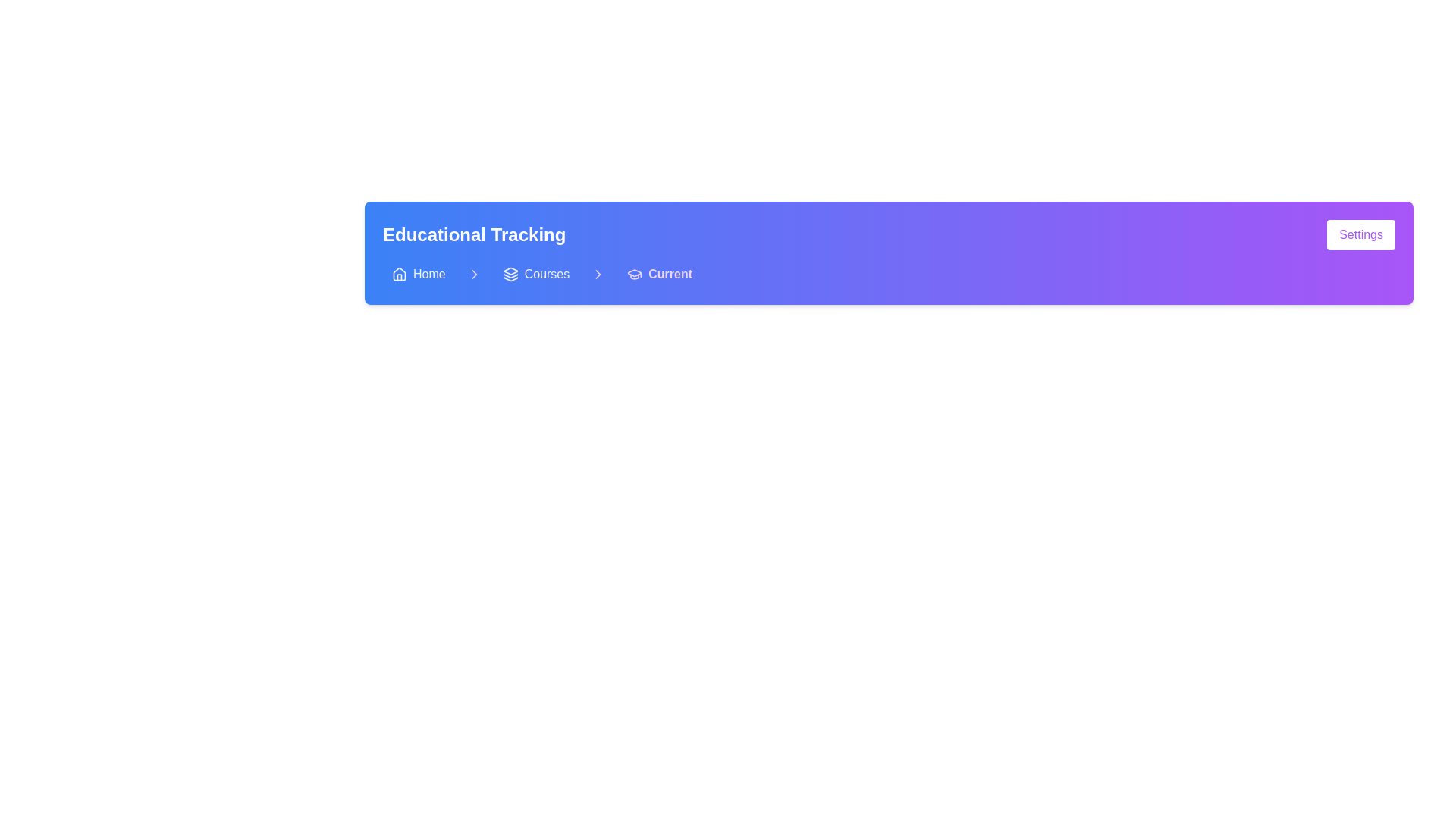 The image size is (1456, 819). Describe the element at coordinates (598, 275) in the screenshot. I see `the Navigation Indicator - Icon, which is the third rightward arrow in the breadcrumb navigation bar between 'Courses' and 'Current'` at that location.